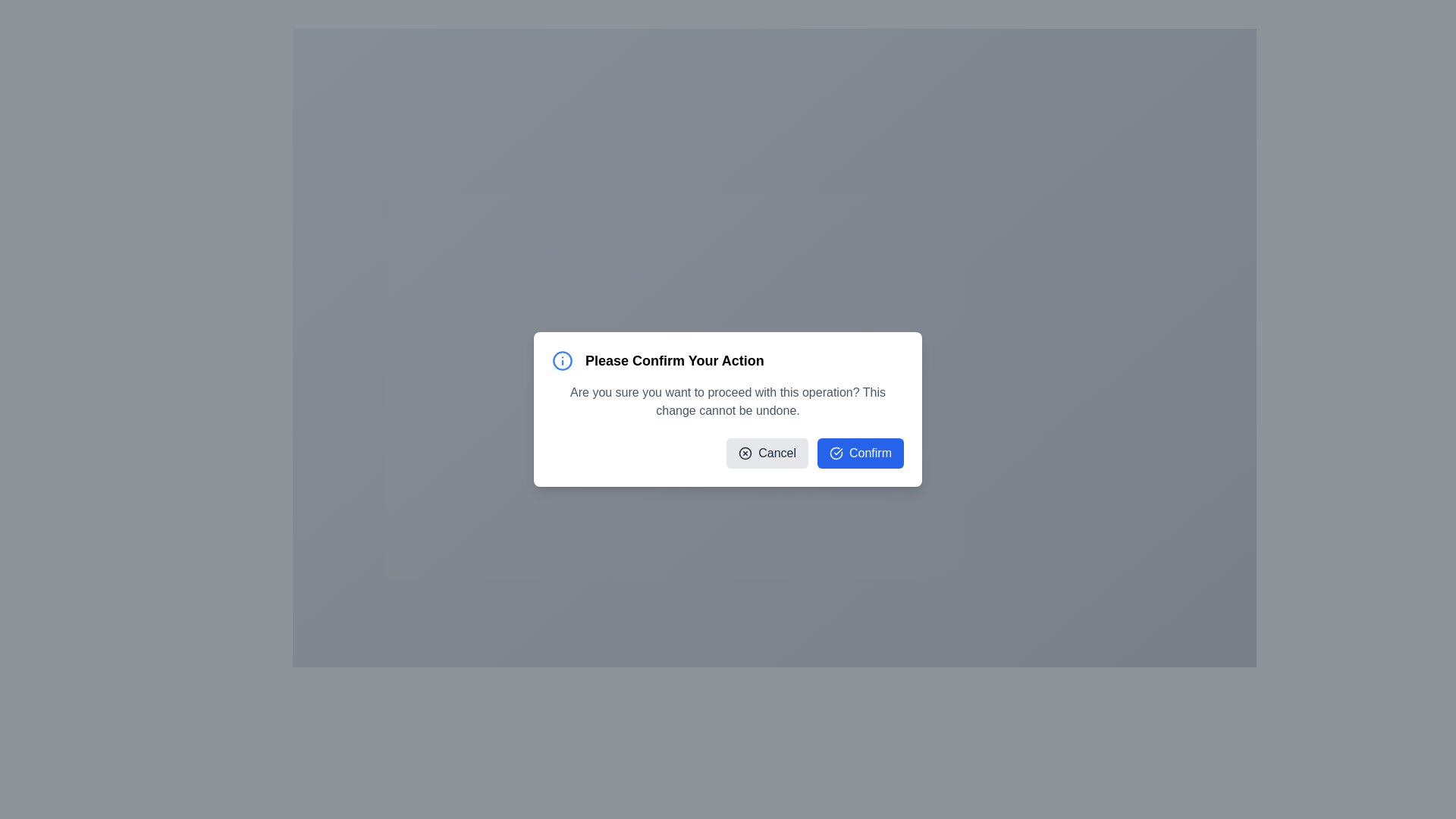 This screenshot has width=1456, height=819. I want to click on the cancel icon, which is a small circular icon with a cross in the center, located within the 'Cancel' button of the confirmation dialog titled 'Please Confirm Your Action', so click(745, 452).